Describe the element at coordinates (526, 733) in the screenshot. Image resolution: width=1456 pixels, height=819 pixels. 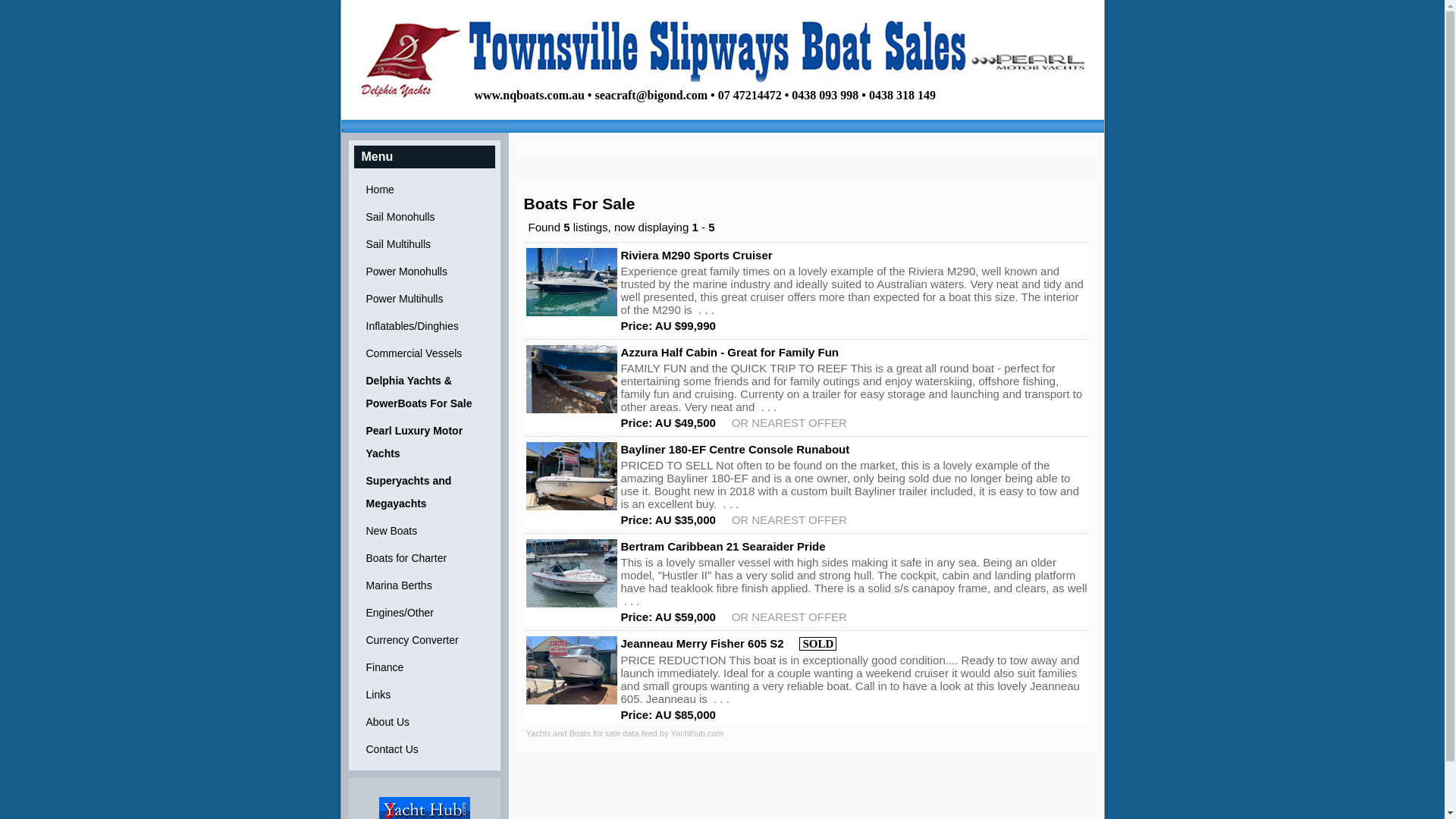
I see `'Yachts and Boats for sale data feed by Yachthub.com'` at that location.